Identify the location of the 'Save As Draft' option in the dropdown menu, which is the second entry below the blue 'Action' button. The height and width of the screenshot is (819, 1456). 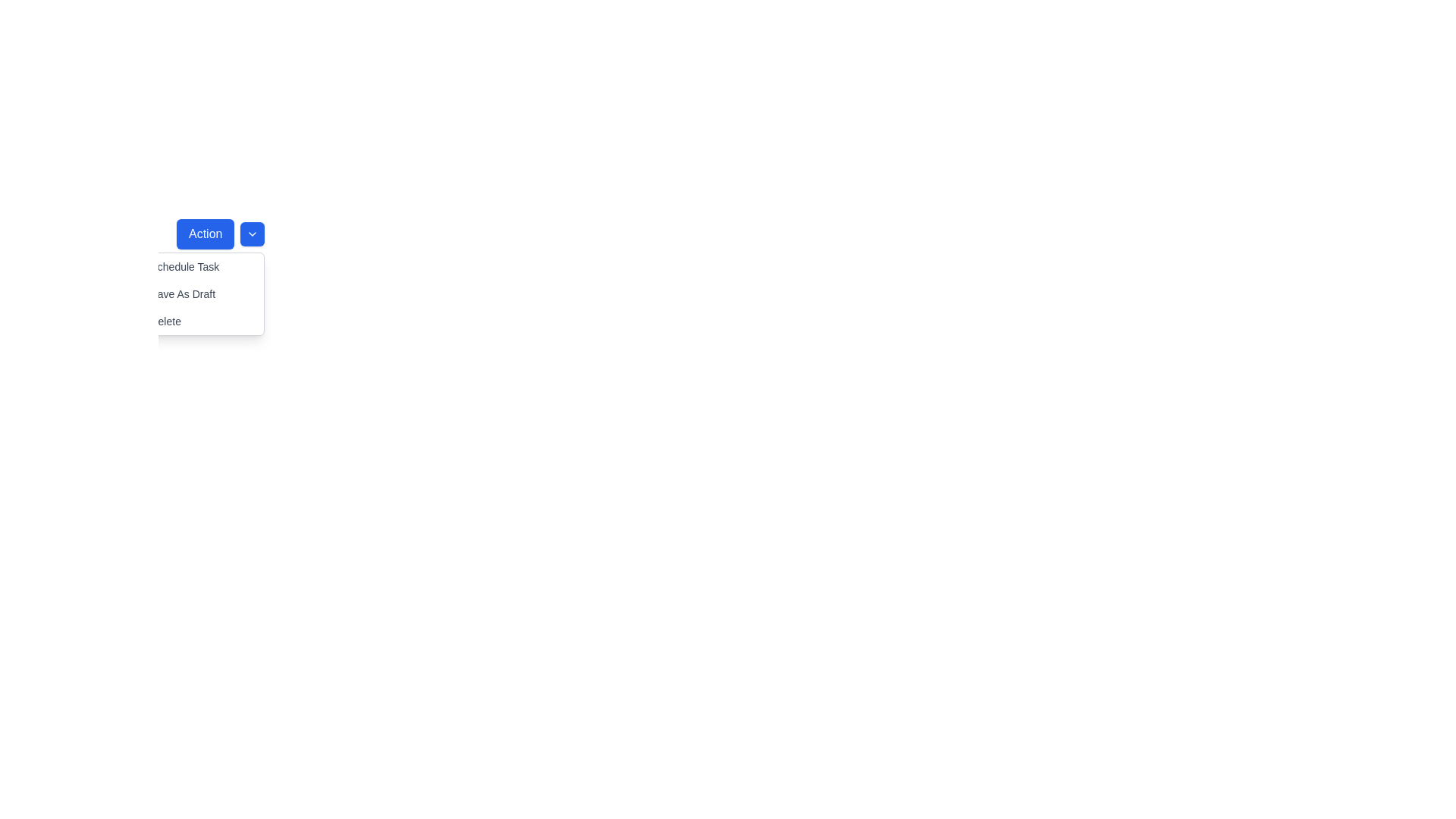
(191, 294).